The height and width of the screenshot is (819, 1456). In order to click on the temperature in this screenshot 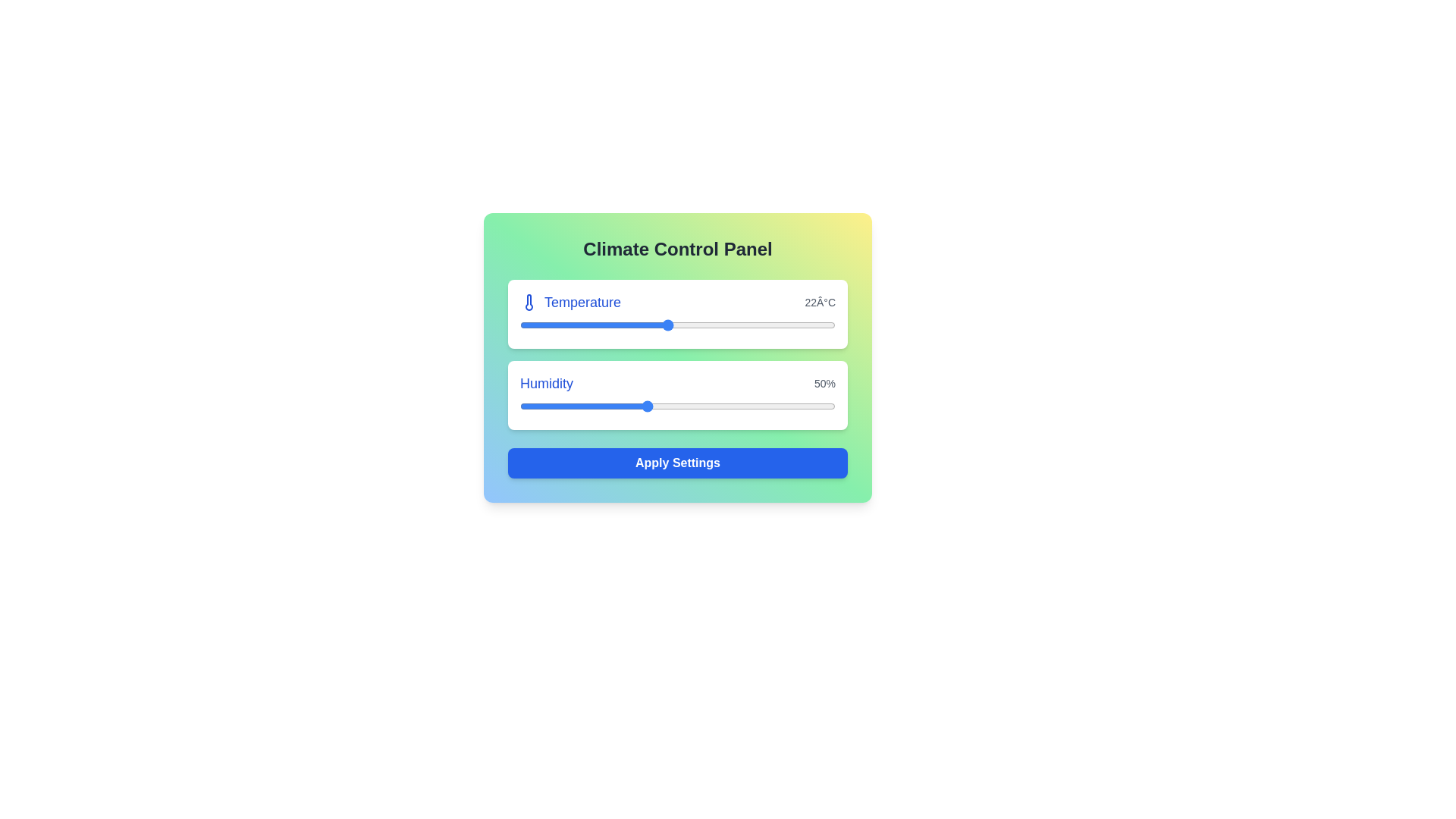, I will do `click(603, 324)`.